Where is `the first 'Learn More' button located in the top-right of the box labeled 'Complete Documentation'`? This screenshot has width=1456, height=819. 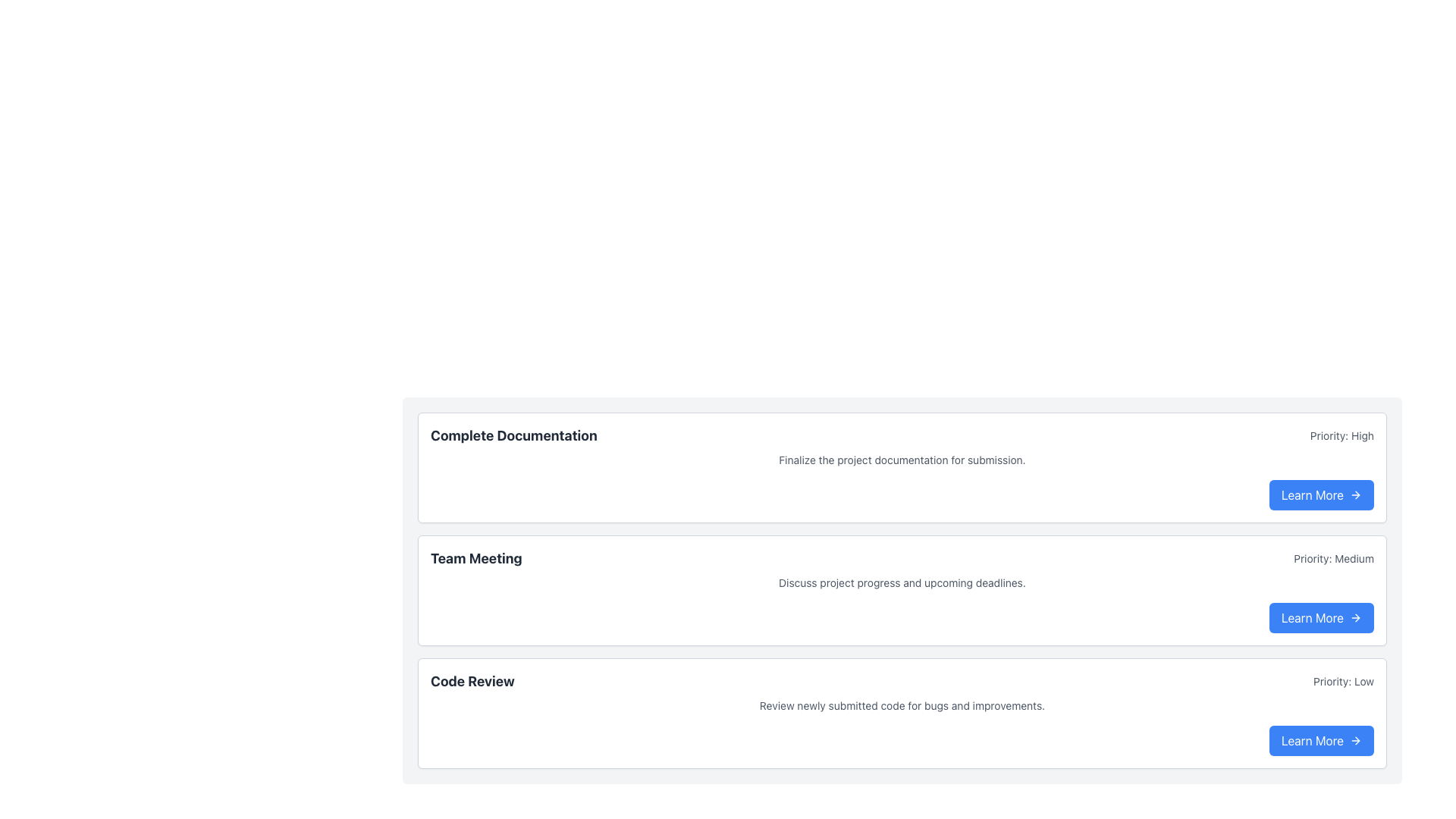 the first 'Learn More' button located in the top-right of the box labeled 'Complete Documentation' is located at coordinates (1320, 494).